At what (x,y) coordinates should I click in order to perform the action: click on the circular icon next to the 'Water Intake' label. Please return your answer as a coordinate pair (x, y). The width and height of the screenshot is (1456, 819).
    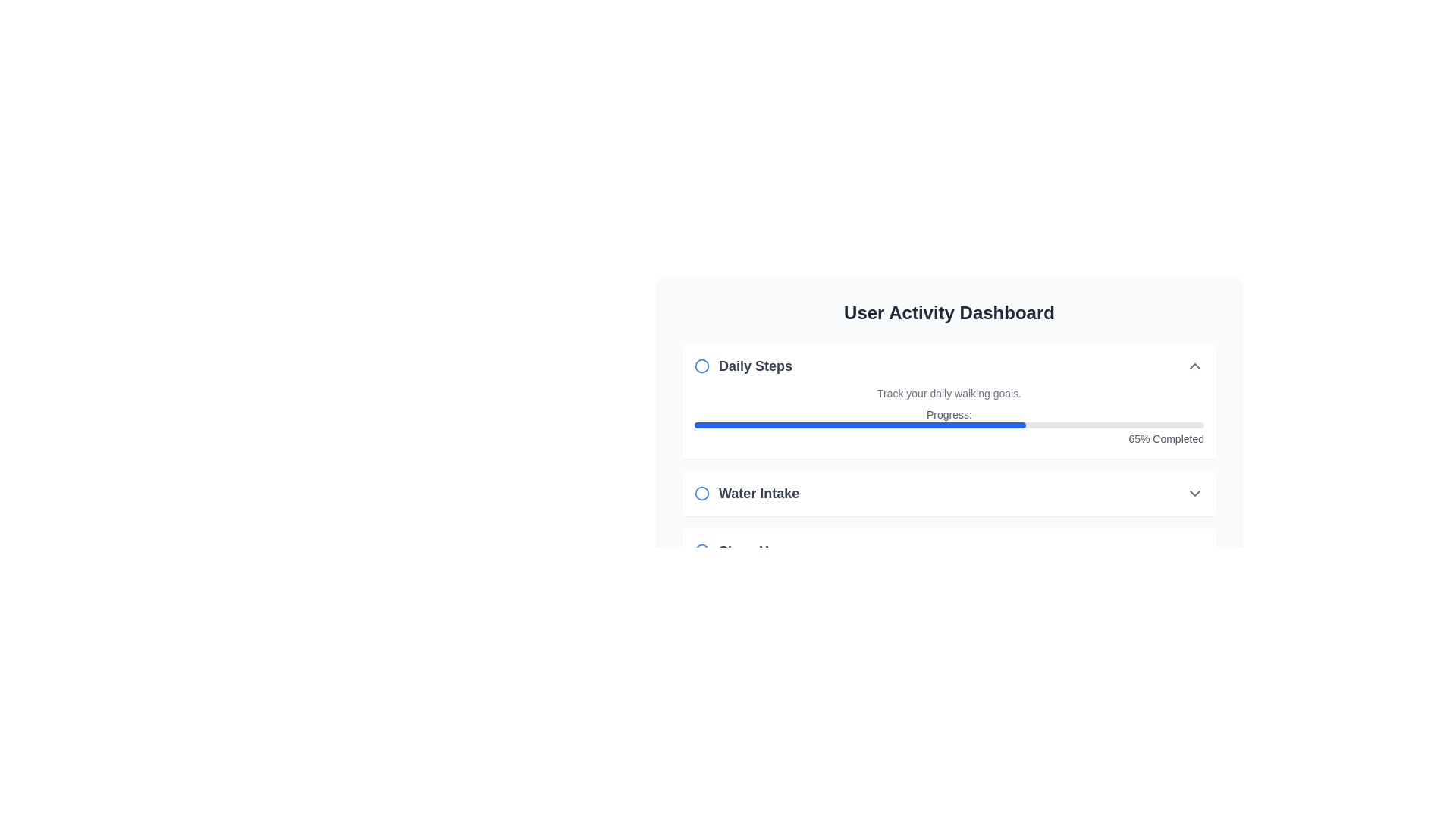
    Looking at the image, I should click on (747, 494).